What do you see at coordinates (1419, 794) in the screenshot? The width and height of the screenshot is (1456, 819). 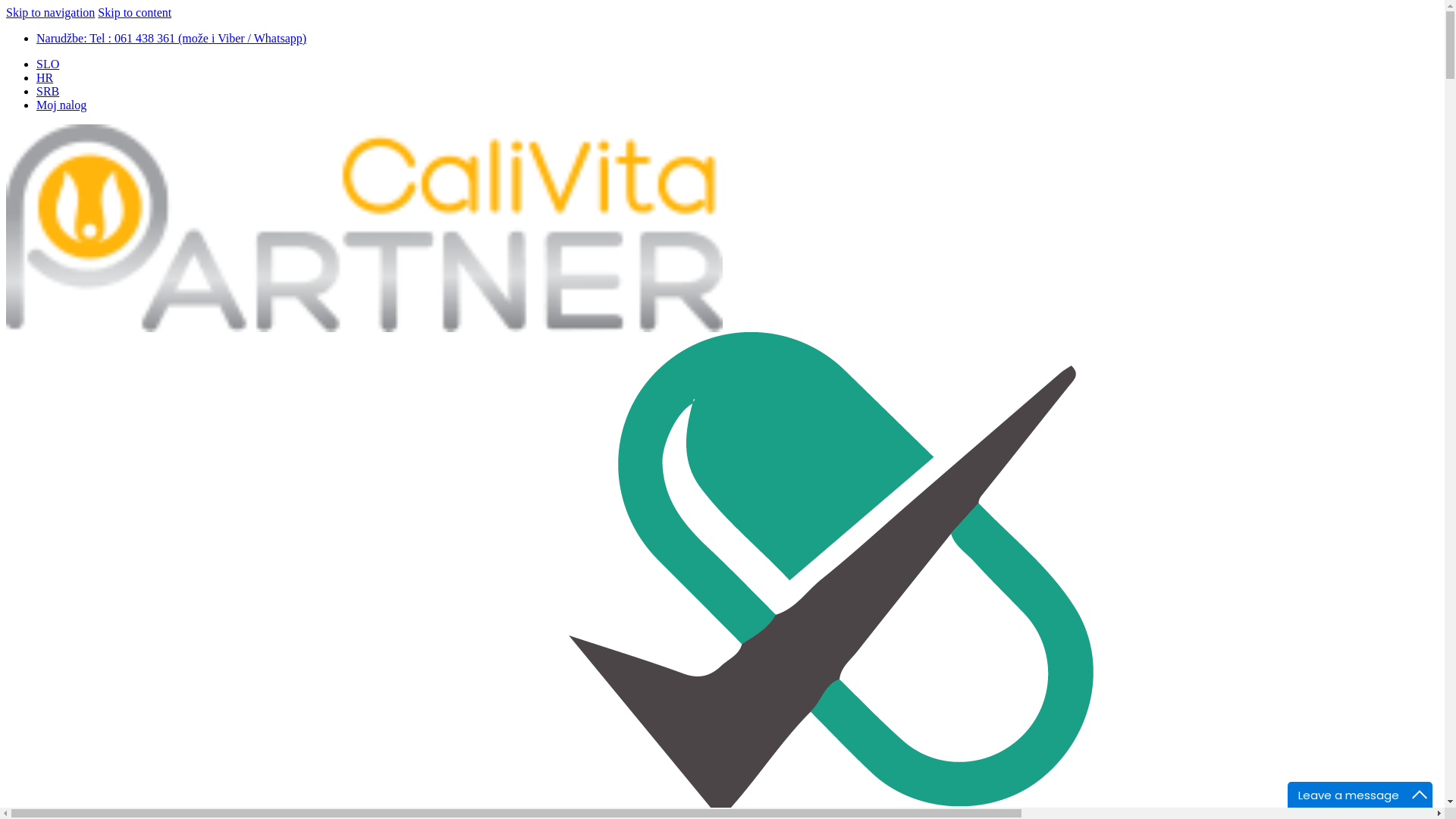 I see `'Maximize'` at bounding box center [1419, 794].